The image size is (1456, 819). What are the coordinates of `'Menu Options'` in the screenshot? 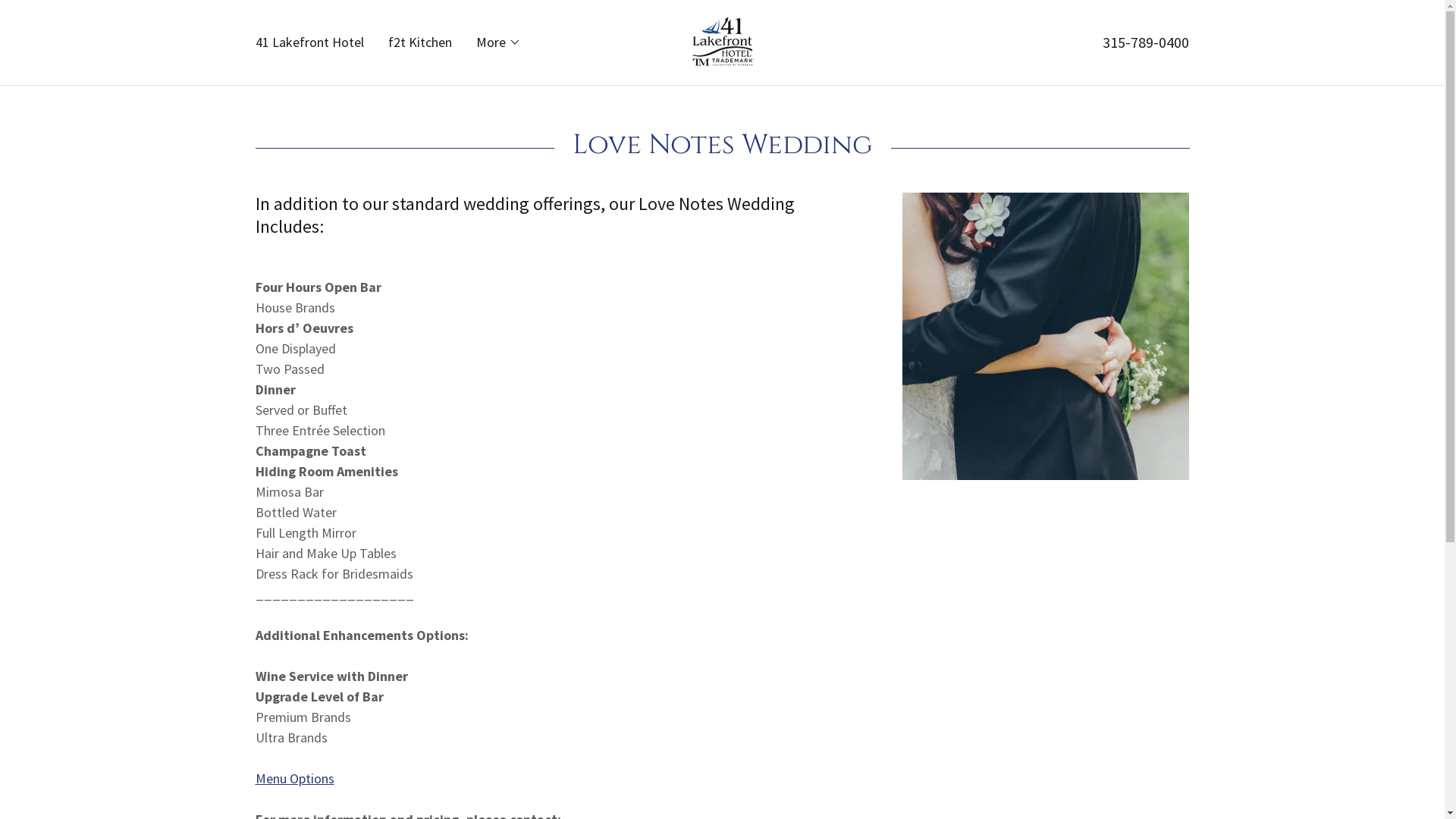 It's located at (255, 778).